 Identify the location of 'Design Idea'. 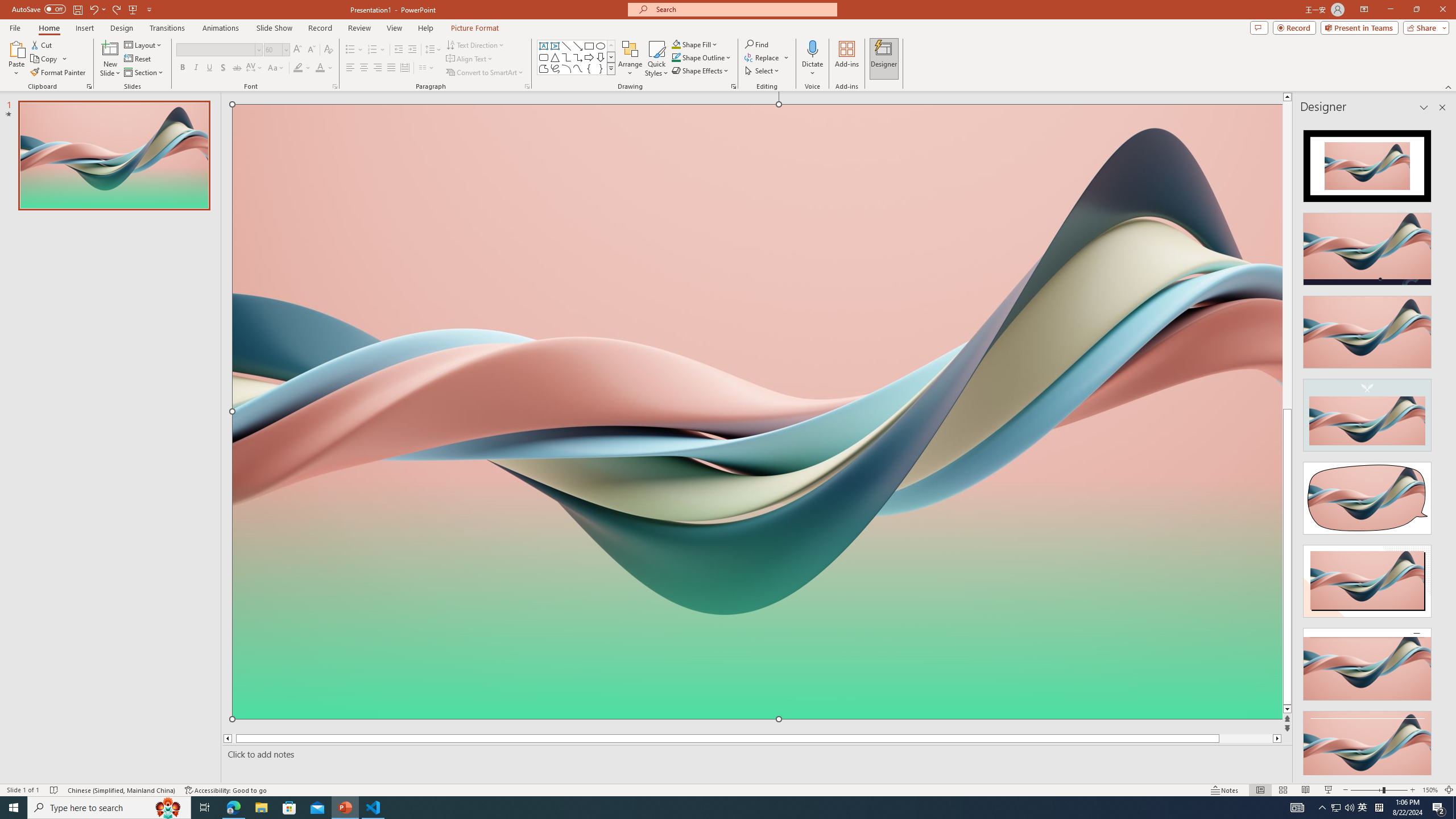
(1366, 743).